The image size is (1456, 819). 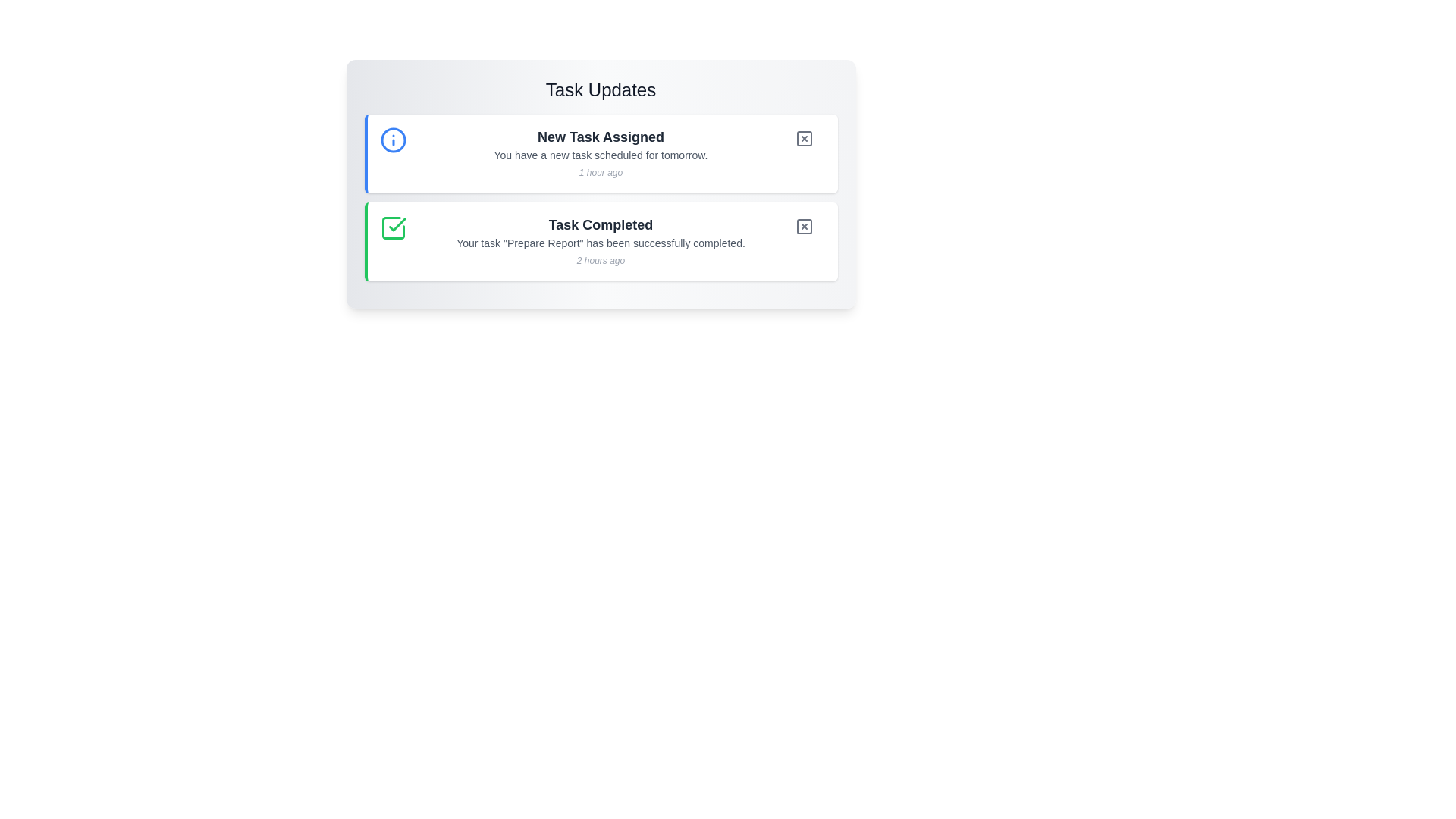 What do you see at coordinates (393, 140) in the screenshot?
I see `the circular icon with a blue outline that is part of the 'New Task Assigned' notification, located near the top-left of the first task card in the update list` at bounding box center [393, 140].